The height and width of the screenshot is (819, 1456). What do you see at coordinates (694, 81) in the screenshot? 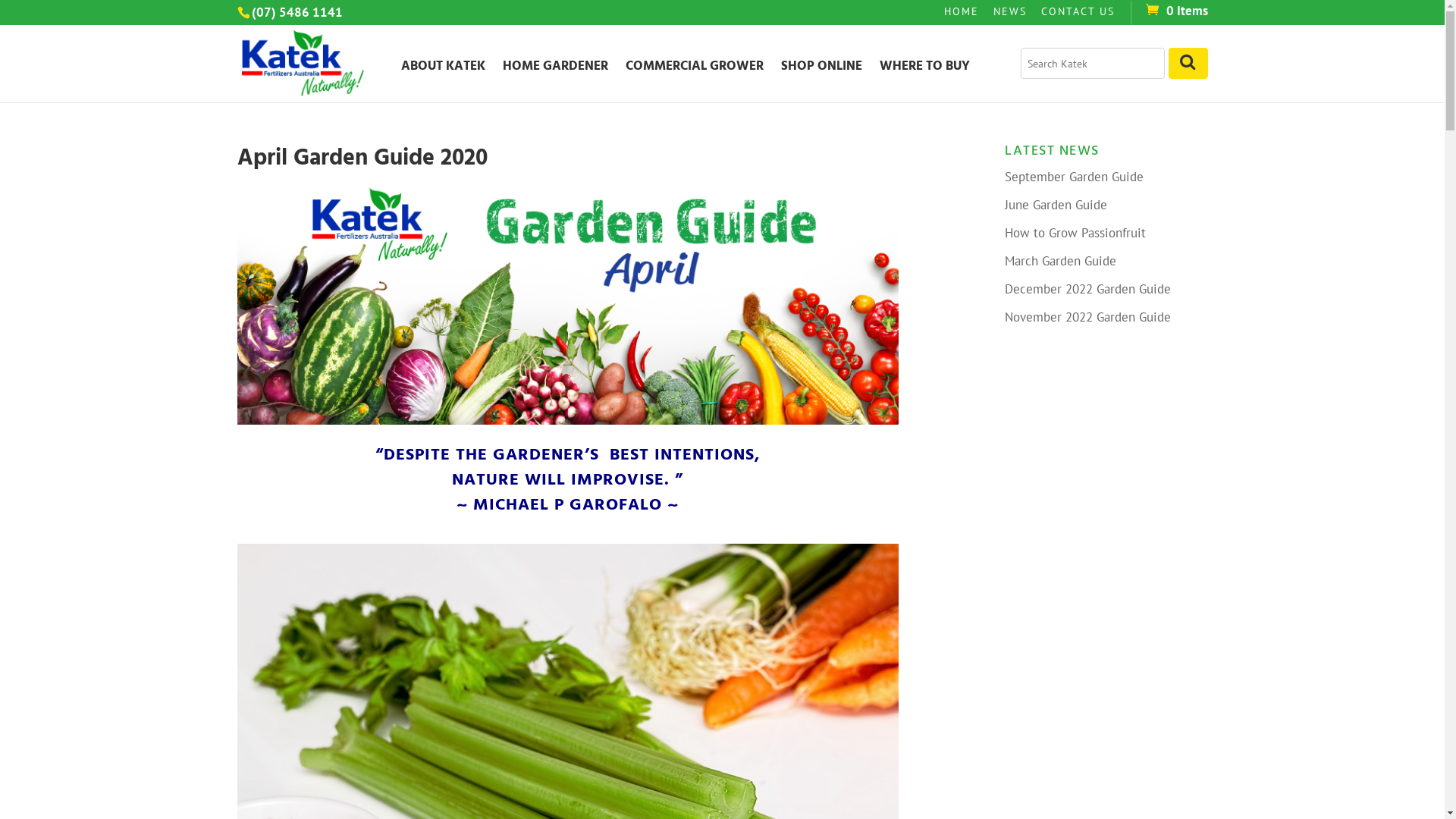
I see `'COMMERCIAL GROWER'` at bounding box center [694, 81].